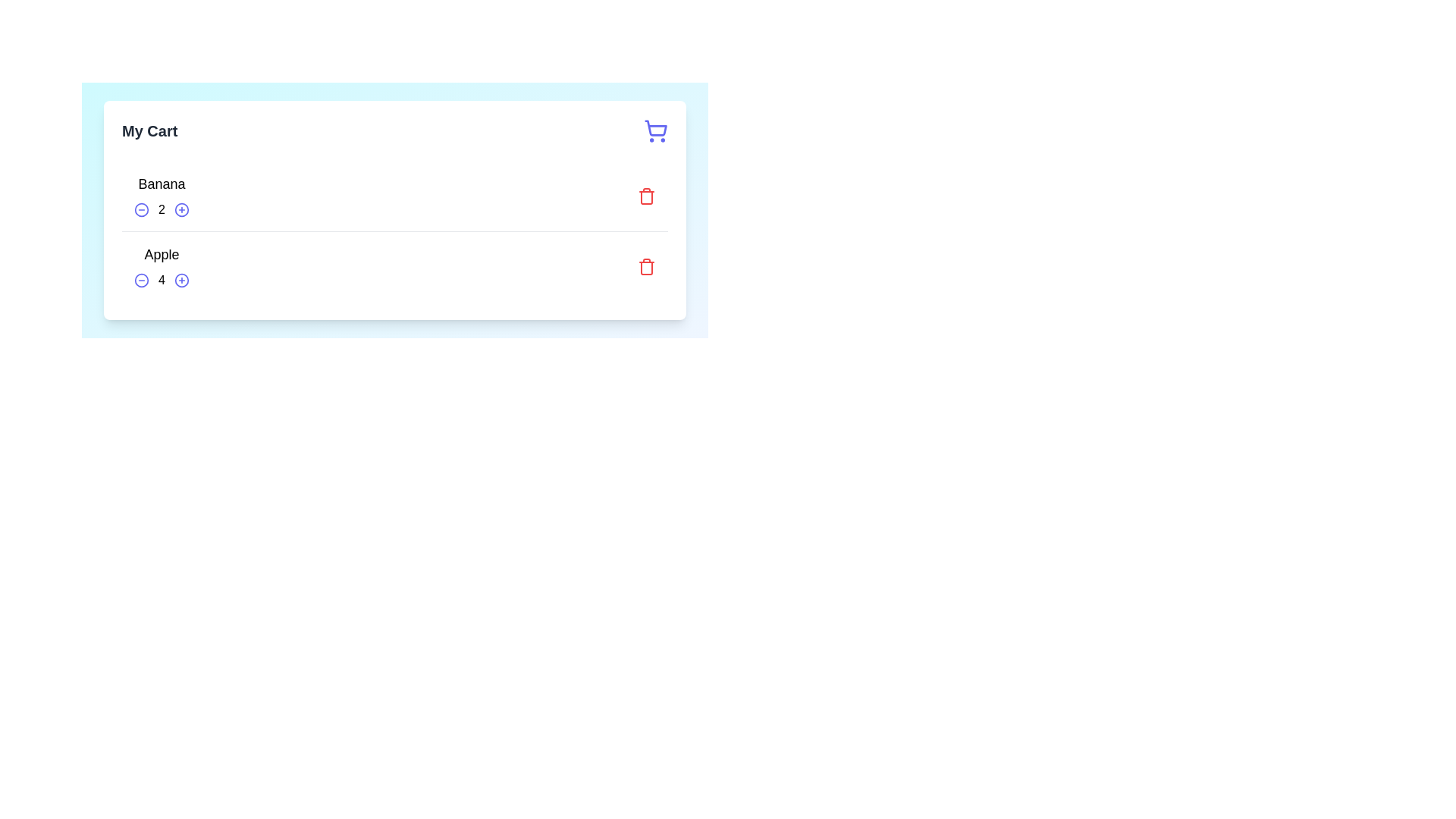  I want to click on the decrement button for reducing the quantity of 'Banana' in the cart, so click(142, 210).